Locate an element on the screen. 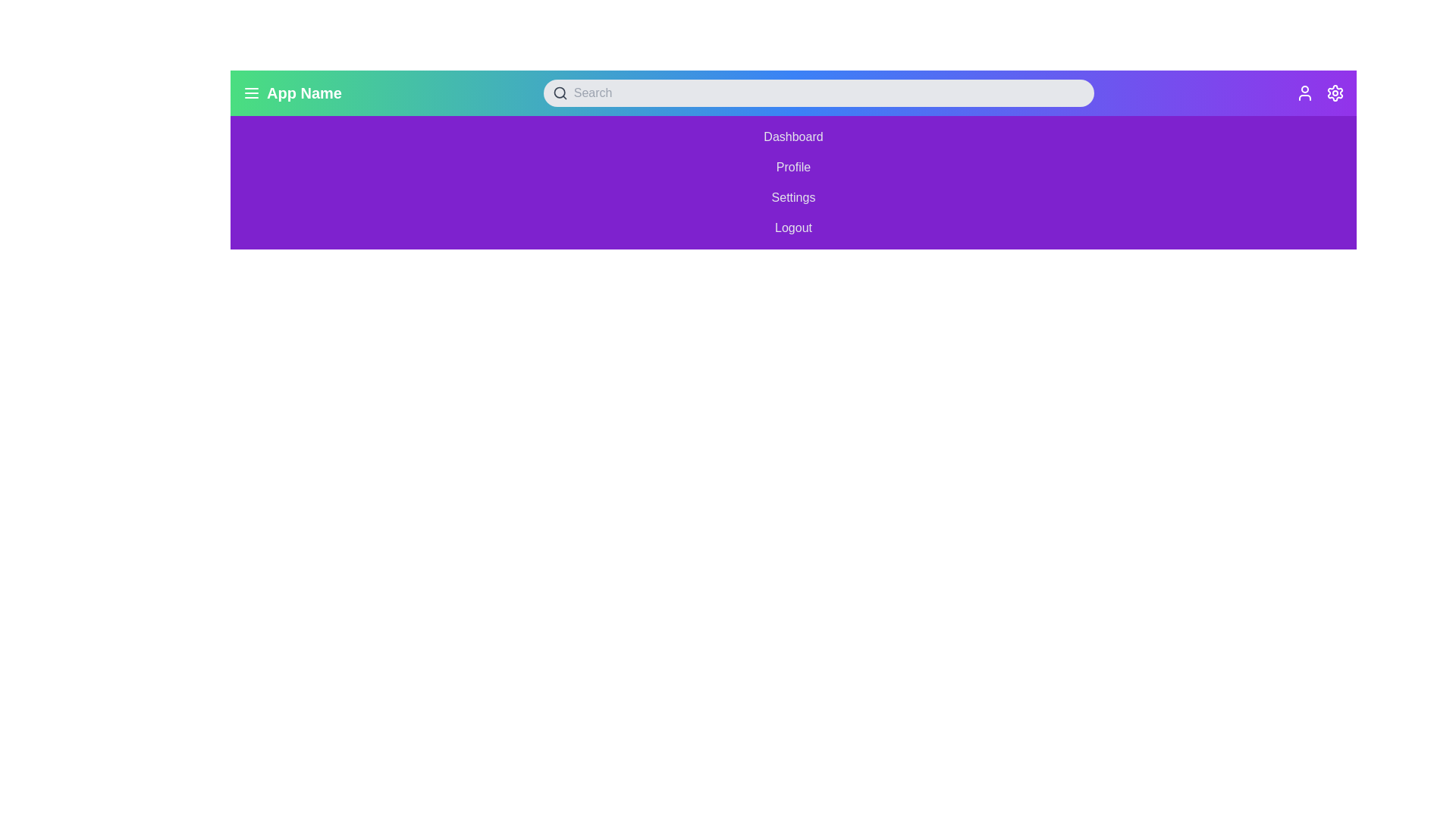 This screenshot has height=819, width=1456. the search icon (magnifying glass) located inside the search bar to focus the input field adjacent to it is located at coordinates (559, 93).